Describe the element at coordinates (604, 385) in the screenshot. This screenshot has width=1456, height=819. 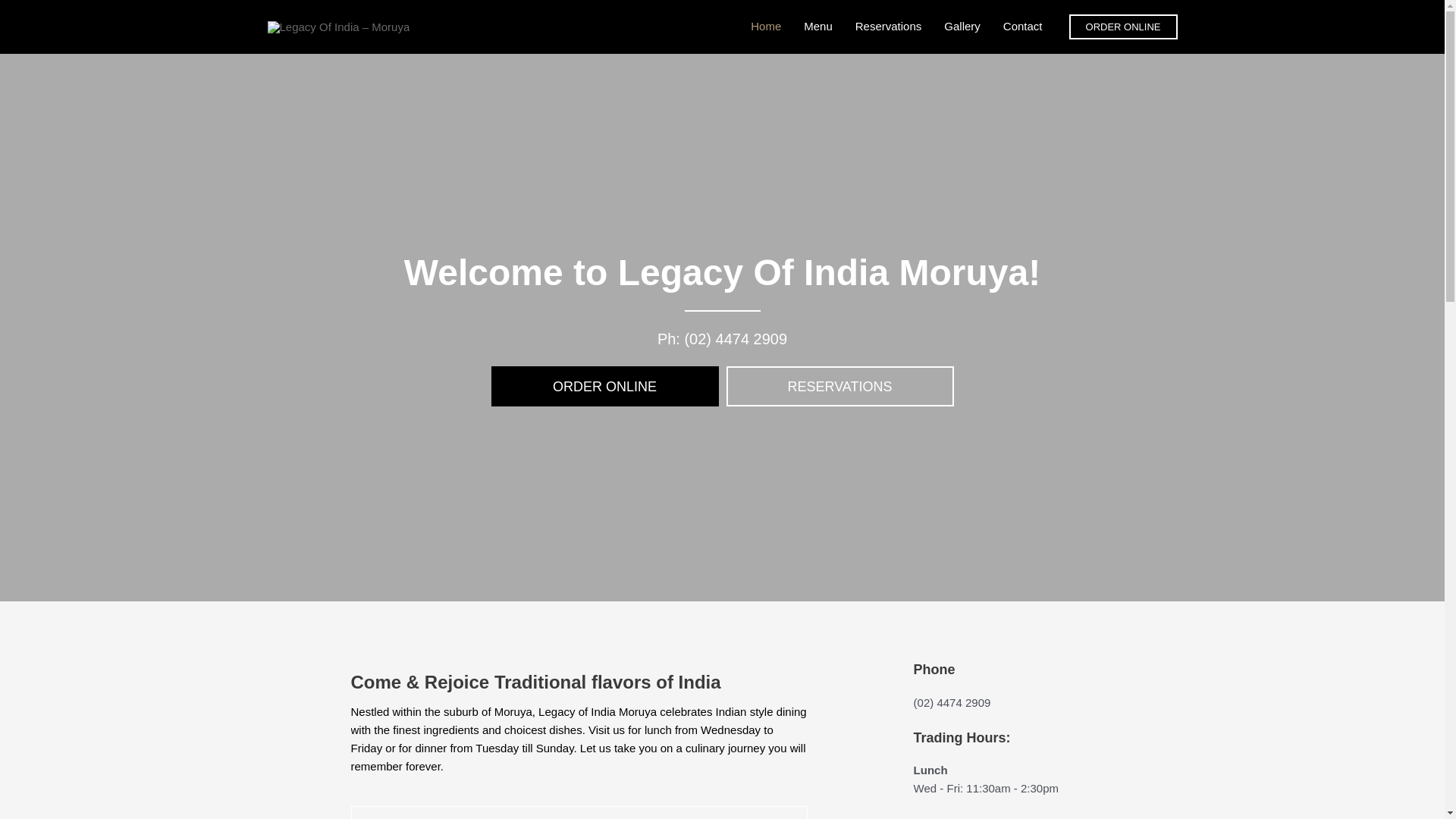
I see `'ORDER ONLINE'` at that location.